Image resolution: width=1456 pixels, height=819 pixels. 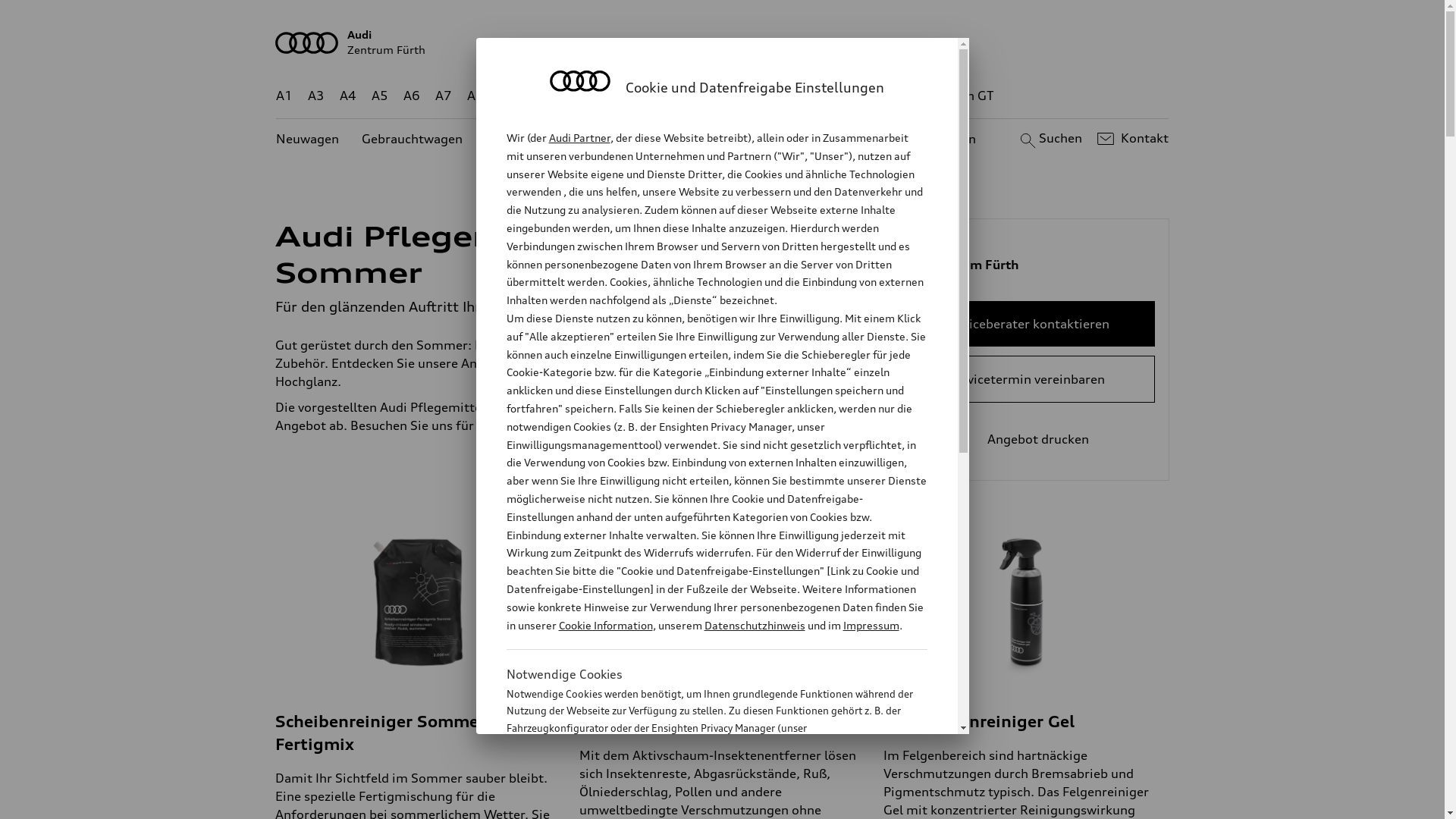 I want to click on 'Impressum', so click(x=871, y=625).